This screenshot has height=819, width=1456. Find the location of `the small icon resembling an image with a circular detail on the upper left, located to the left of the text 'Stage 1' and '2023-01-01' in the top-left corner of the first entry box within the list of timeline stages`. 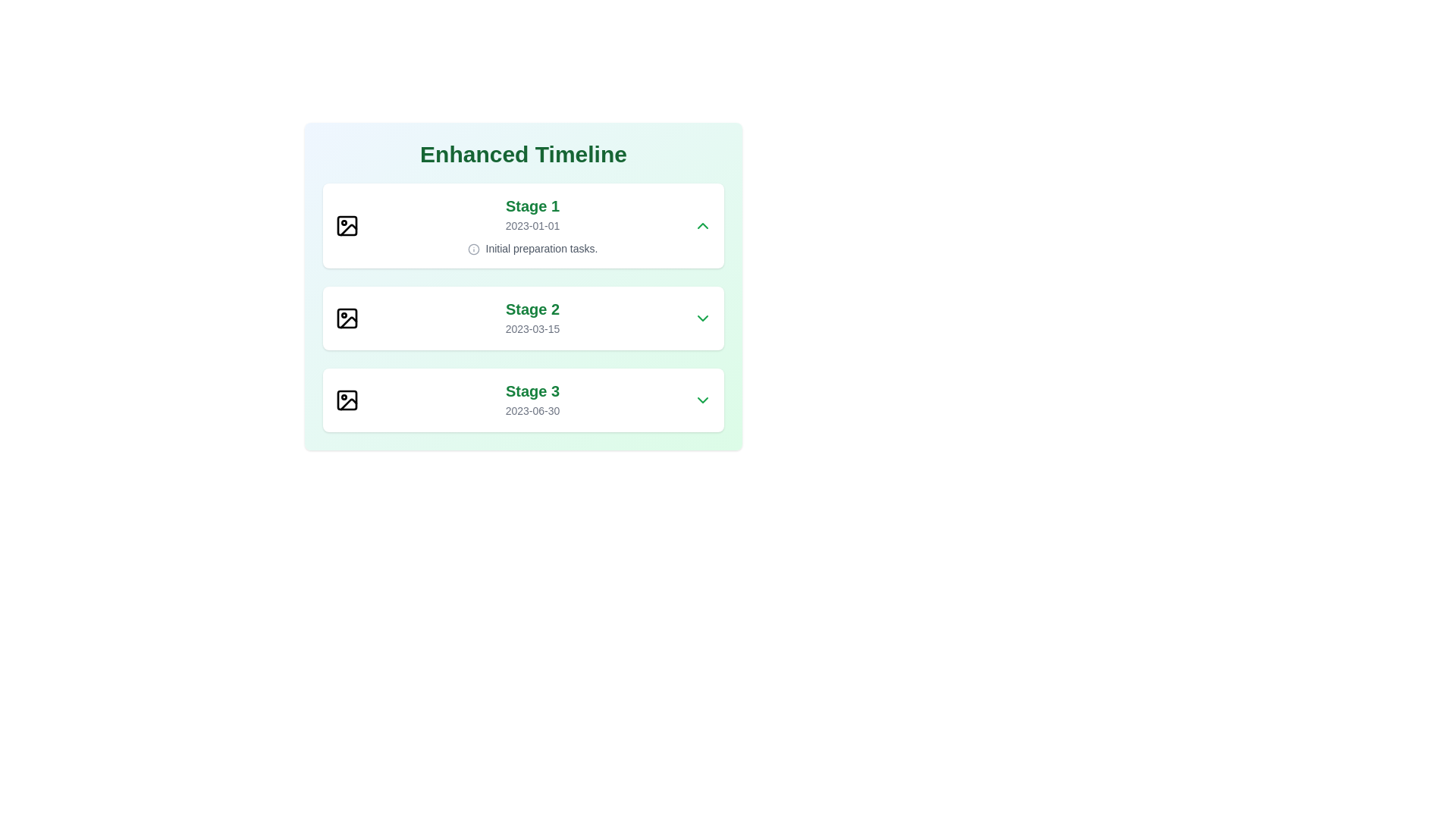

the small icon resembling an image with a circular detail on the upper left, located to the left of the text 'Stage 1' and '2023-01-01' in the top-left corner of the first entry box within the list of timeline stages is located at coordinates (346, 225).